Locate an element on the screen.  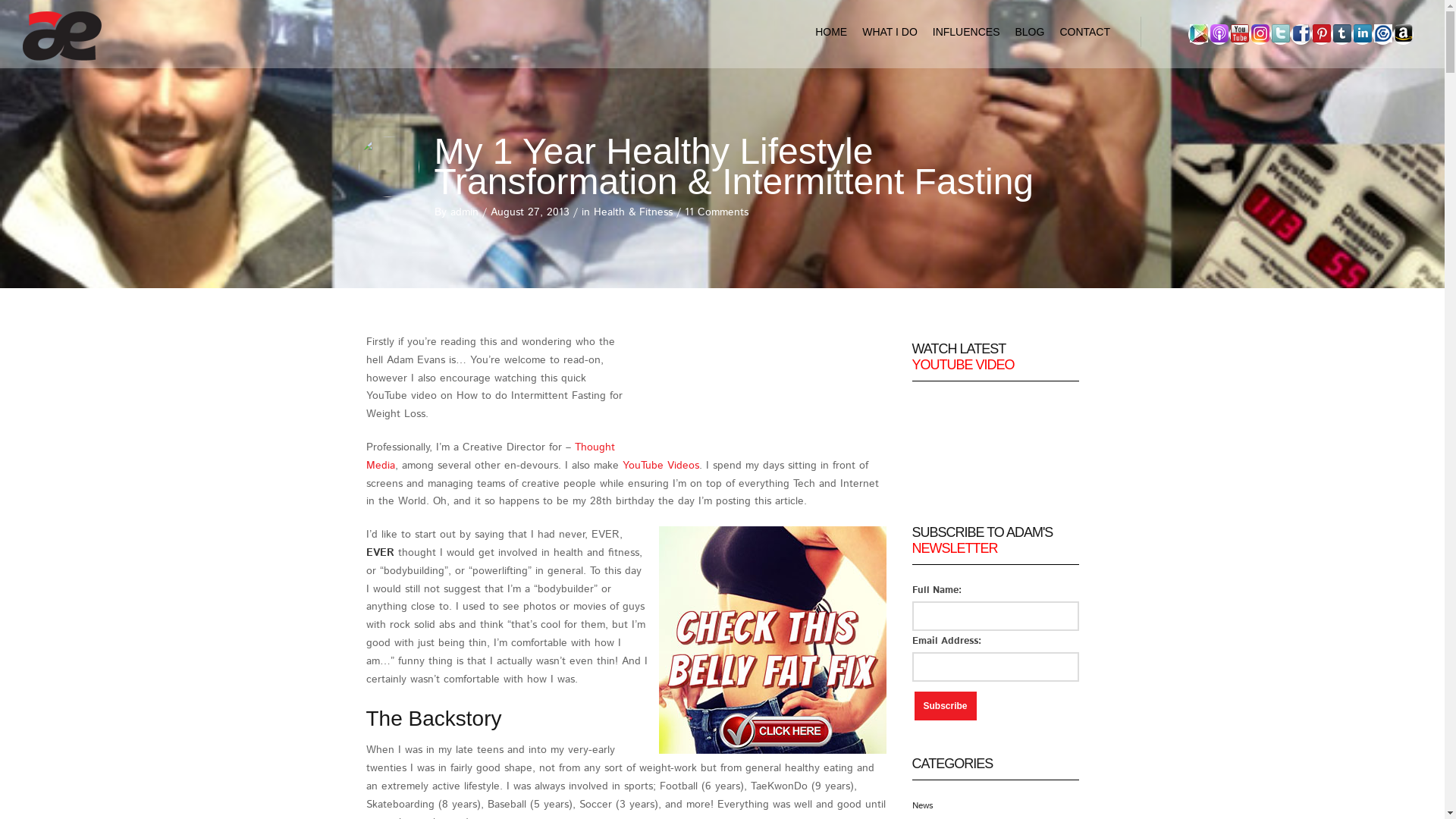
'facebook' is located at coordinates (1300, 34).